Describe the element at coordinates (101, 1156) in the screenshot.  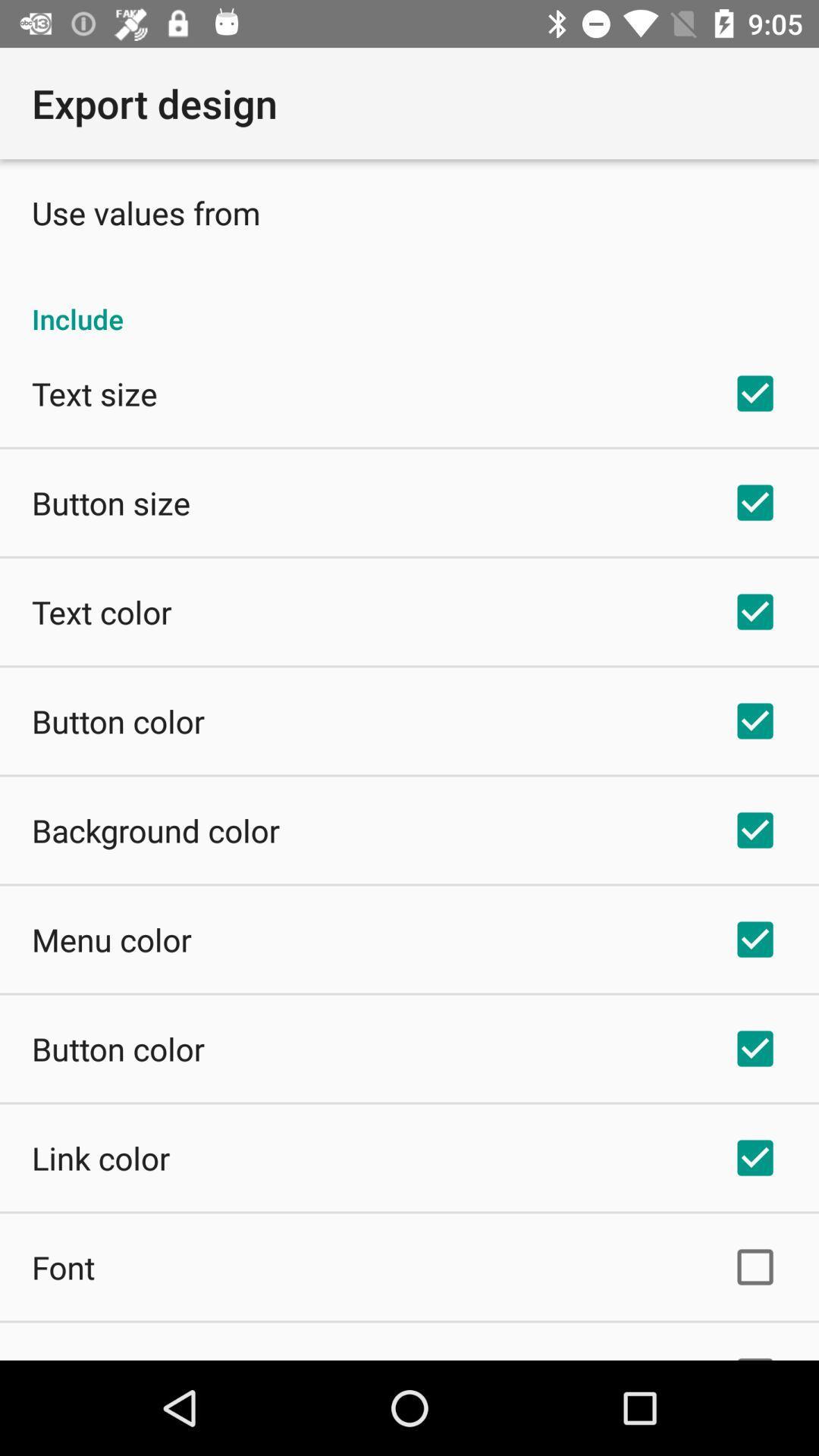
I see `the icon above the font item` at that location.